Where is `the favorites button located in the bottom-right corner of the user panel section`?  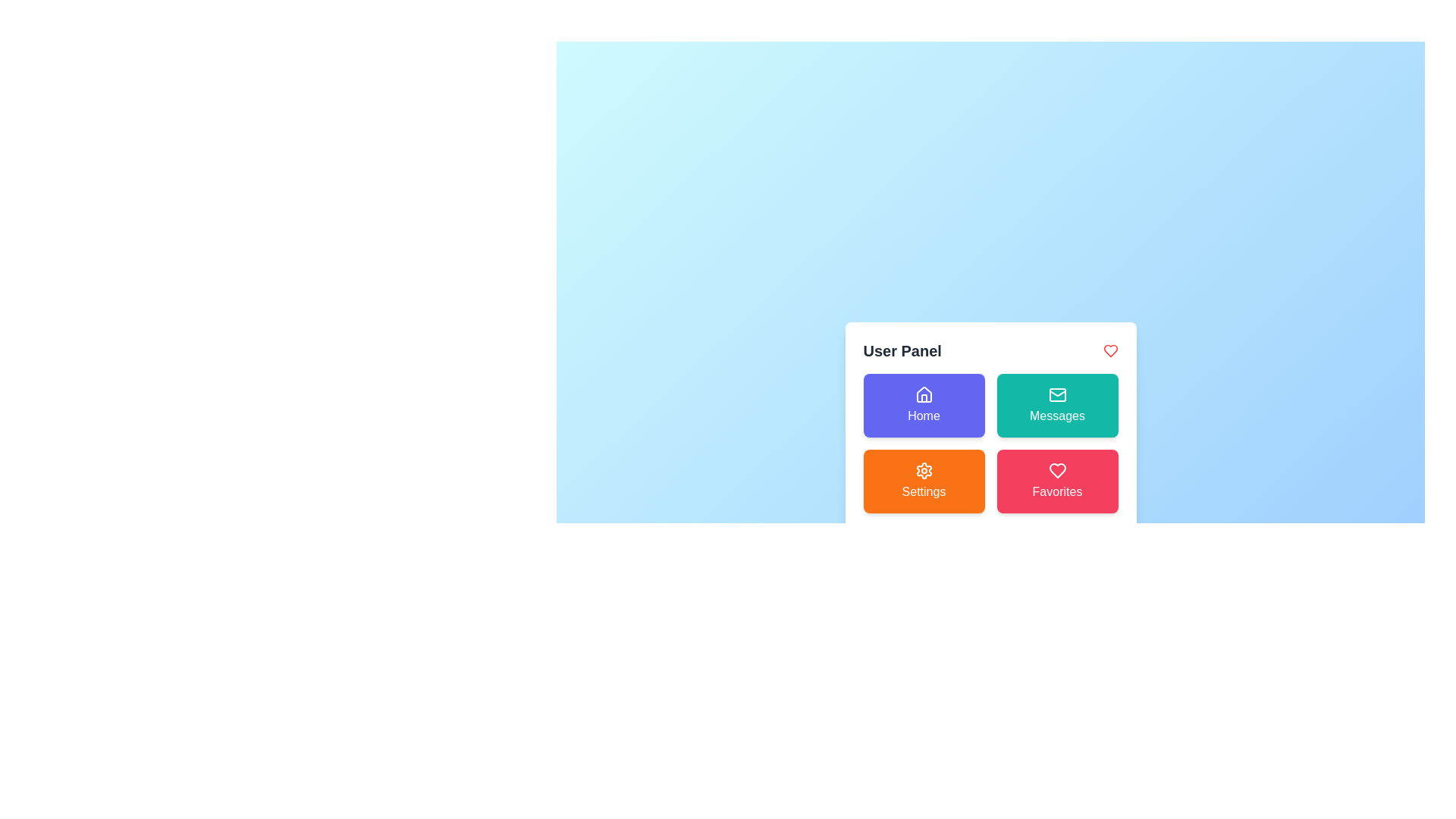 the favorites button located in the bottom-right corner of the user panel section is located at coordinates (1056, 482).